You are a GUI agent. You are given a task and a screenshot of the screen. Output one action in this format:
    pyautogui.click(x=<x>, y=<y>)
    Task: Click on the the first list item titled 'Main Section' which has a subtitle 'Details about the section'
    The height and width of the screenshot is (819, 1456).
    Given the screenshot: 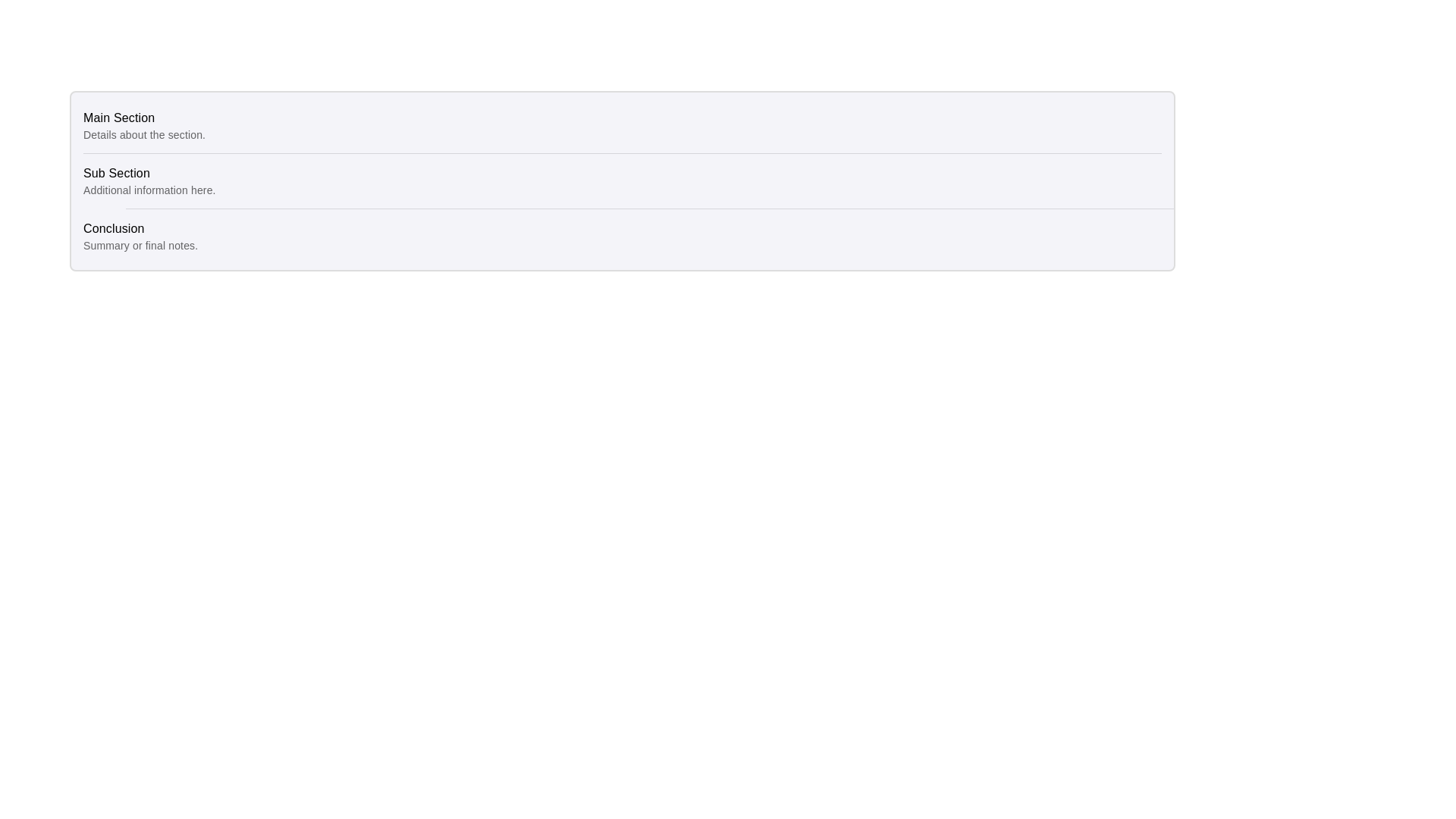 What is the action you would take?
    pyautogui.click(x=622, y=124)
    